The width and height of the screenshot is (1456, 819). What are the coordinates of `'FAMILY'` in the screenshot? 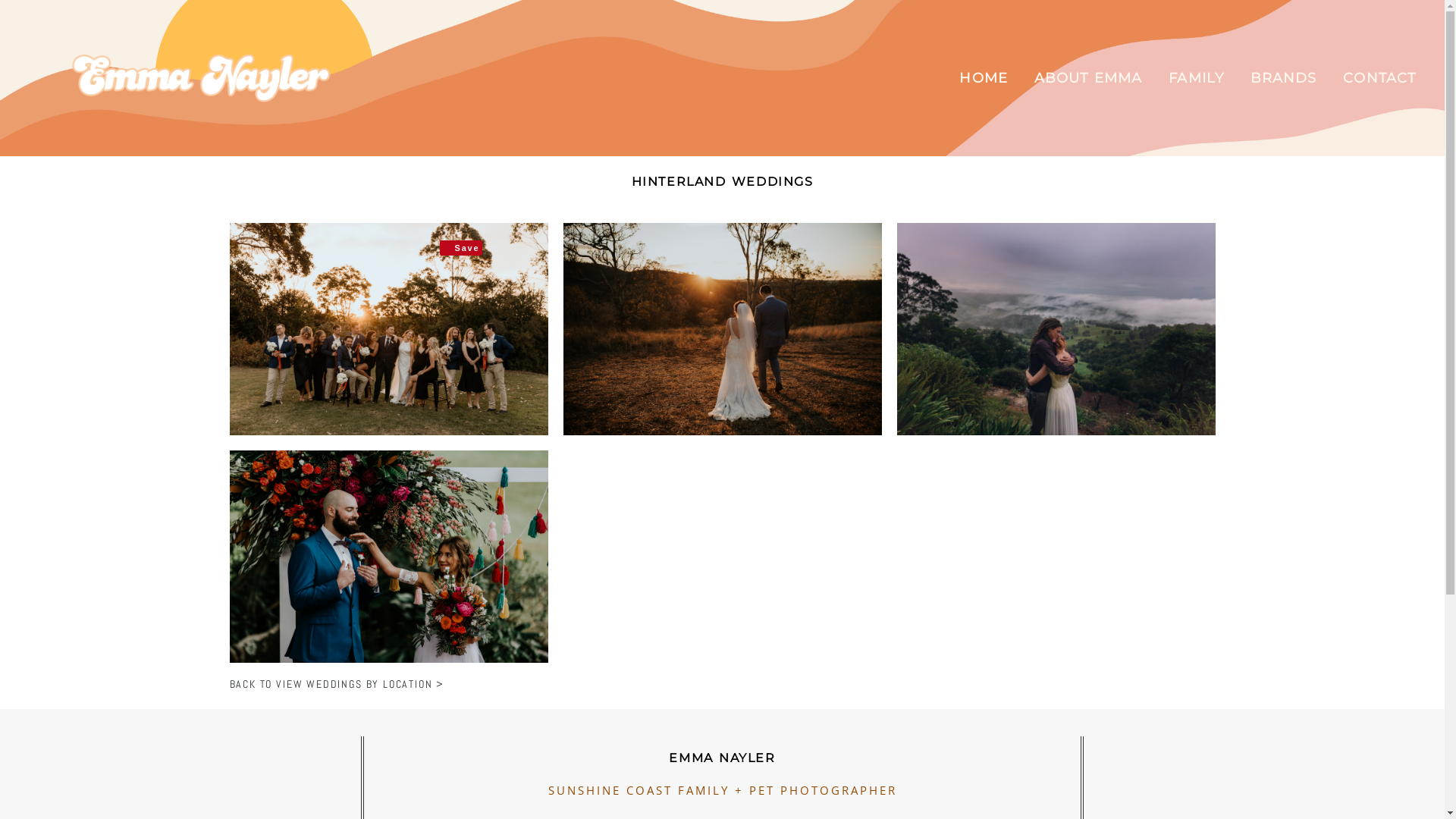 It's located at (1167, 78).